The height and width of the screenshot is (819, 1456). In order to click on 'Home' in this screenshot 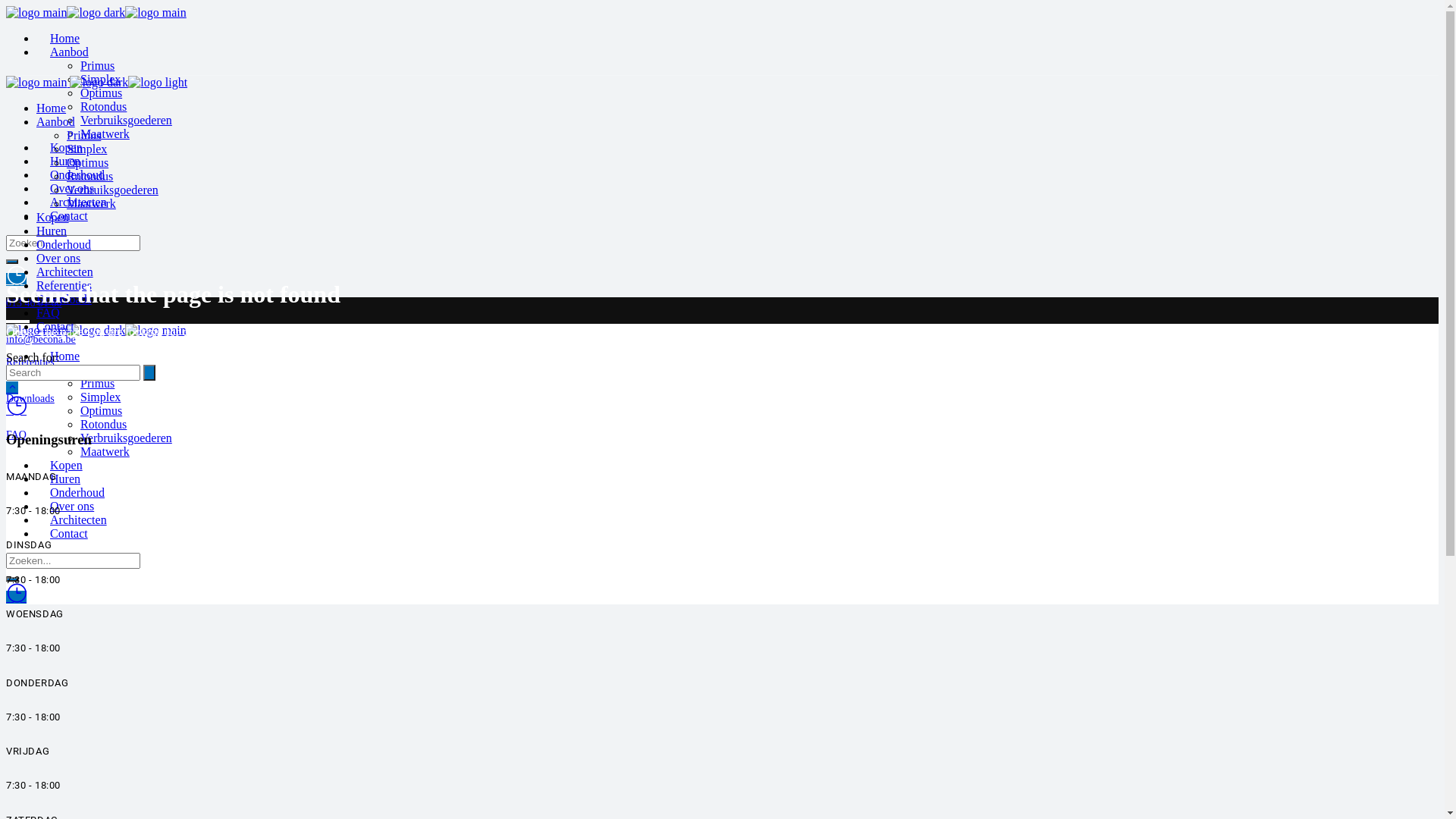, I will do `click(50, 37)`.